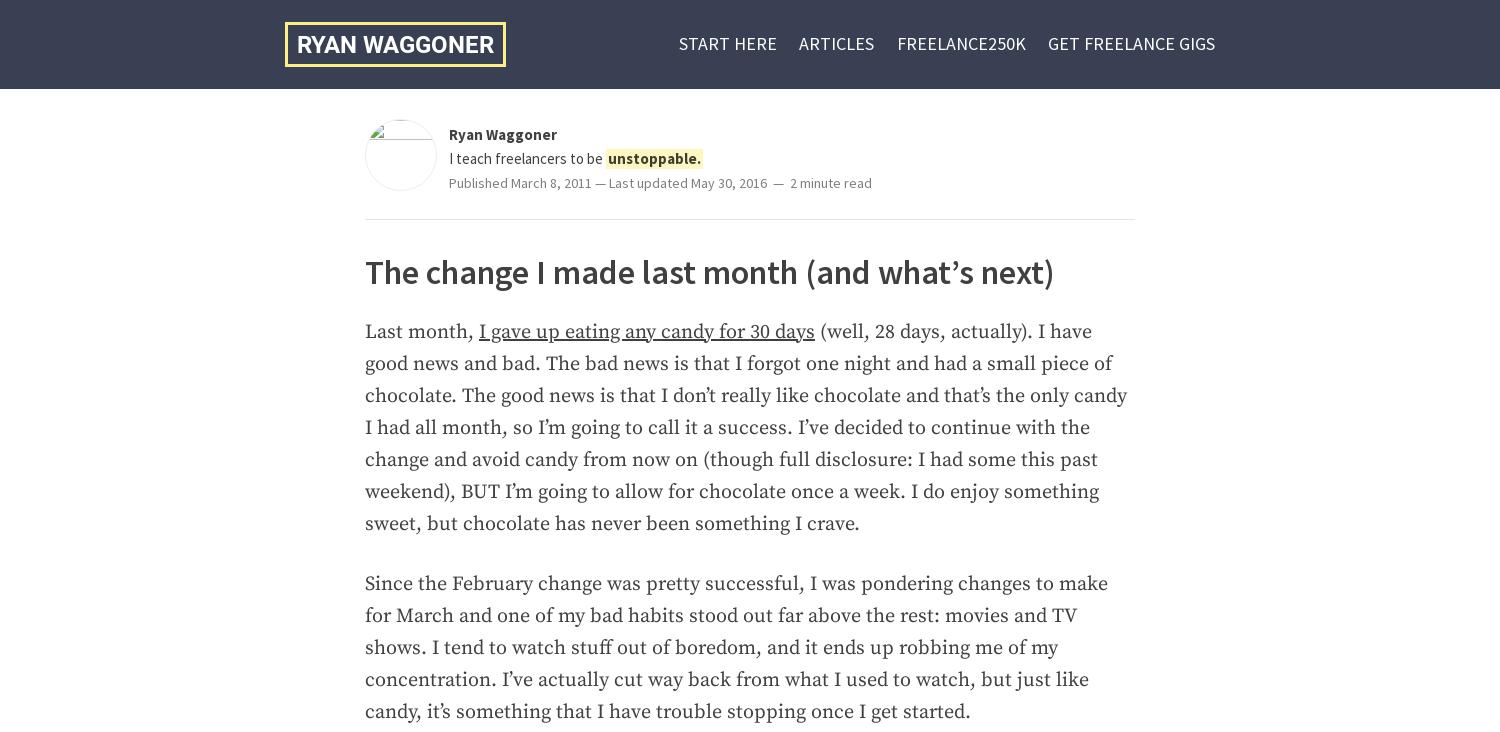 This screenshot has width=1500, height=732. What do you see at coordinates (734, 647) in the screenshot?
I see `'Since the February change was pretty successful, I was pondering changes to make for March and one of my bad habits stood out far above the rest: movies and TV shows. I tend to watch stuff out of boredom, and it ends up robbing me of my concentration. I’ve actually cut way back from what I used to watch, but just like candy, it’s something that I have trouble stopping once I get started.'` at bounding box center [734, 647].